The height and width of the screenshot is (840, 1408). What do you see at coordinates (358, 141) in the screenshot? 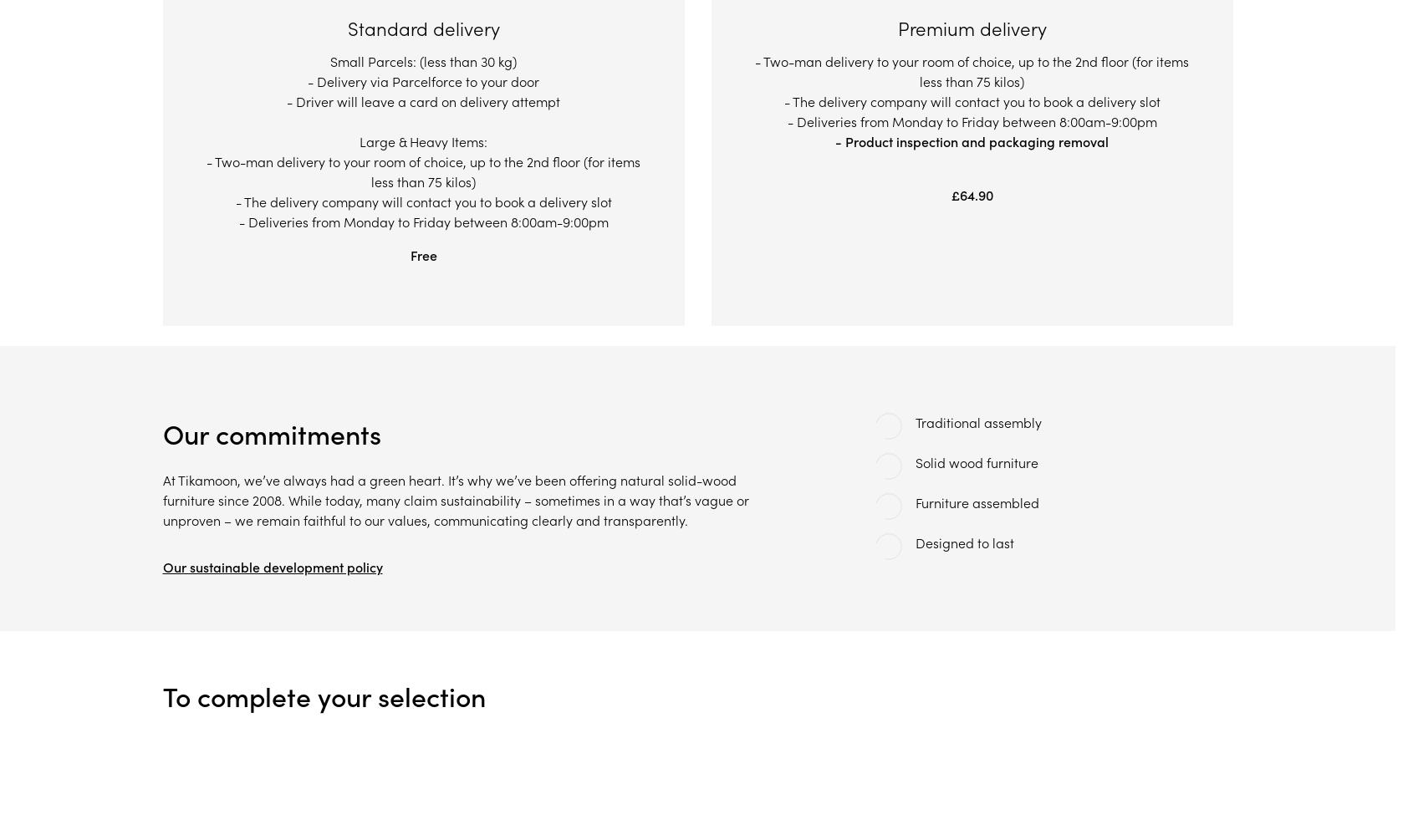
I see `'Large & Heavy Items:'` at bounding box center [358, 141].